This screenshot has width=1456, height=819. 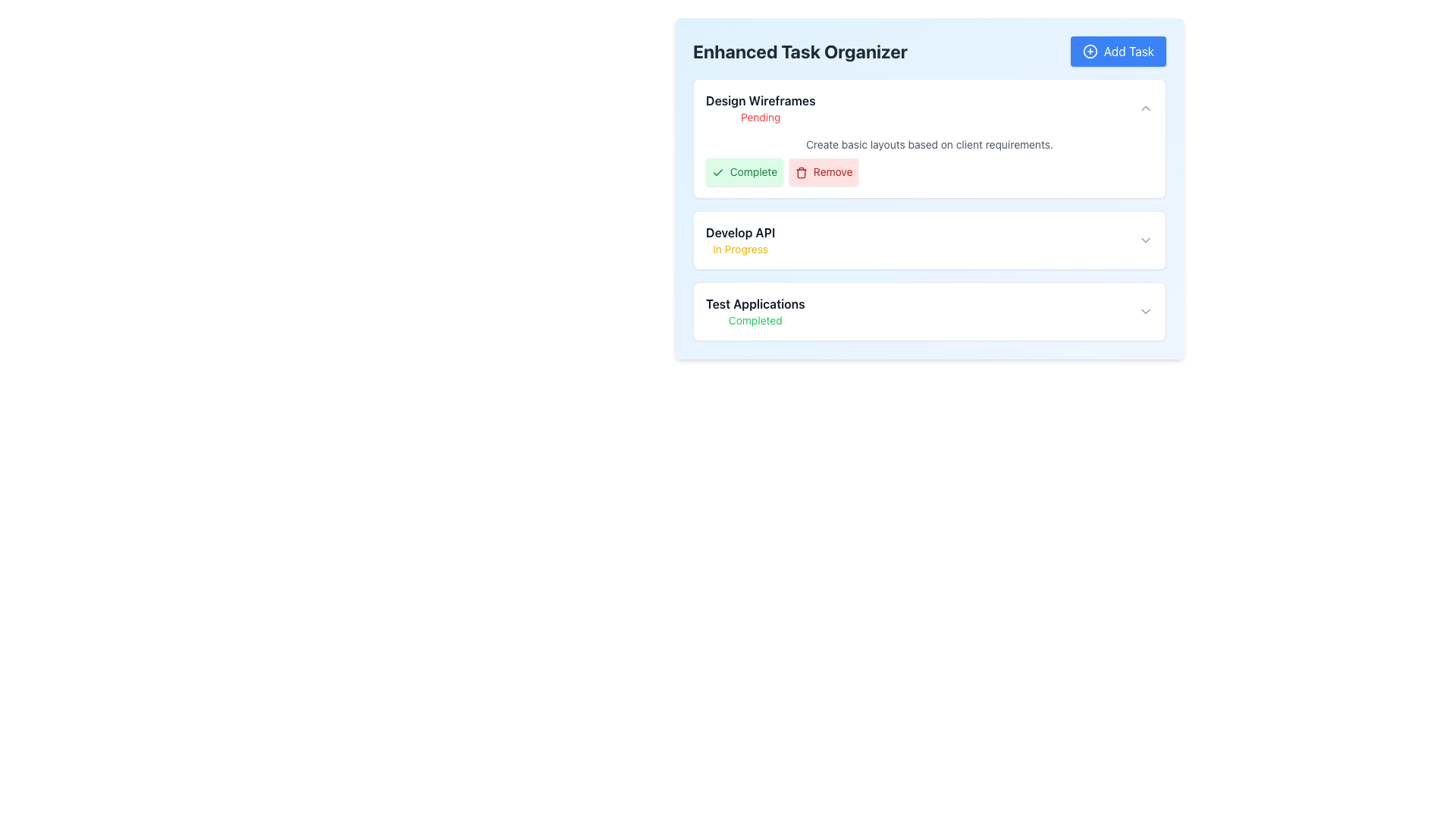 I want to click on the static label that serves as the title for the task, located above the smaller text 'In Progress' in the task card, so click(x=740, y=233).